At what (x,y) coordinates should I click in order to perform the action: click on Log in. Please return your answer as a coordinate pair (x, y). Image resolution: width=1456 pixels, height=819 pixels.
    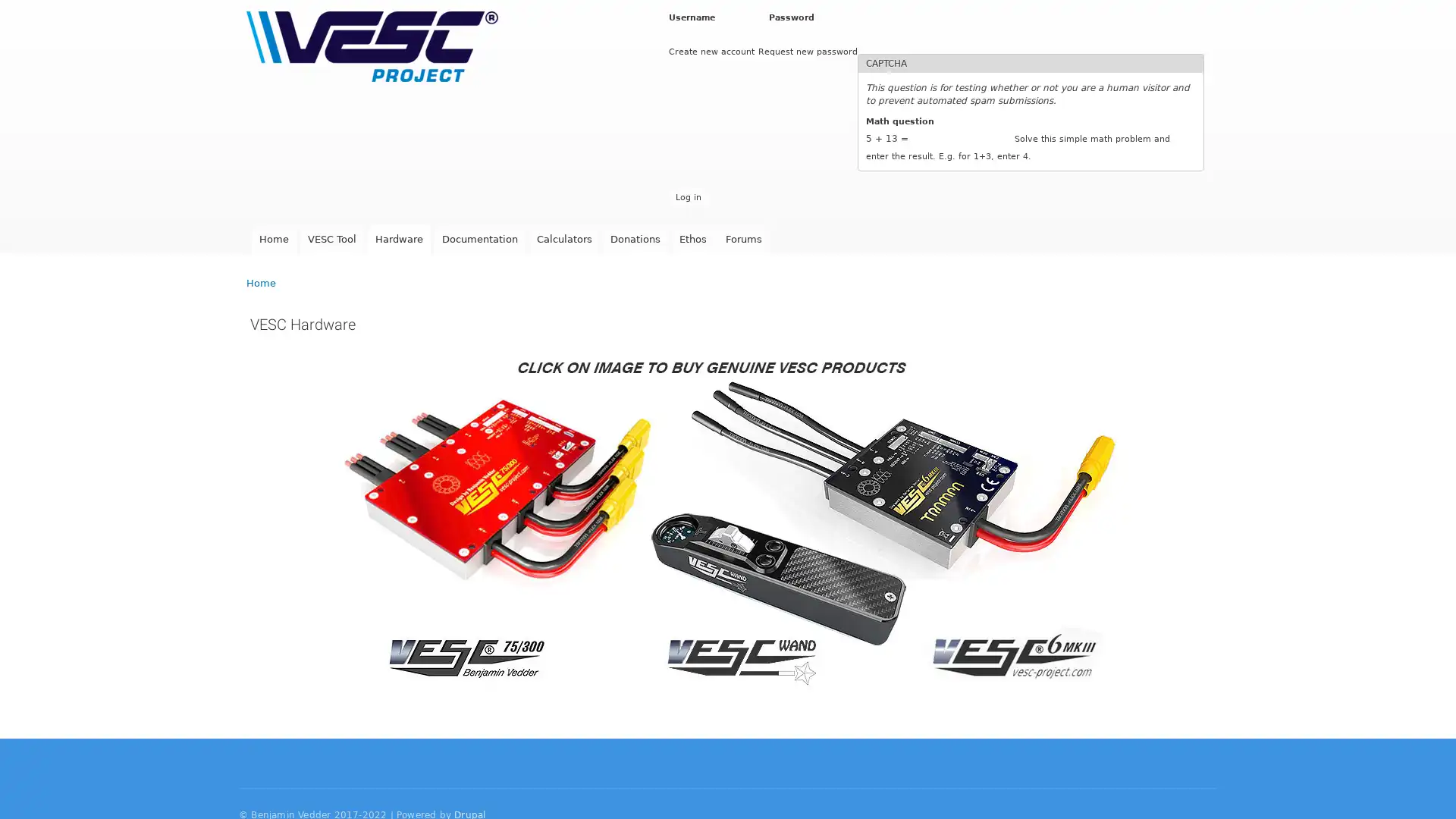
    Looking at the image, I should click on (687, 196).